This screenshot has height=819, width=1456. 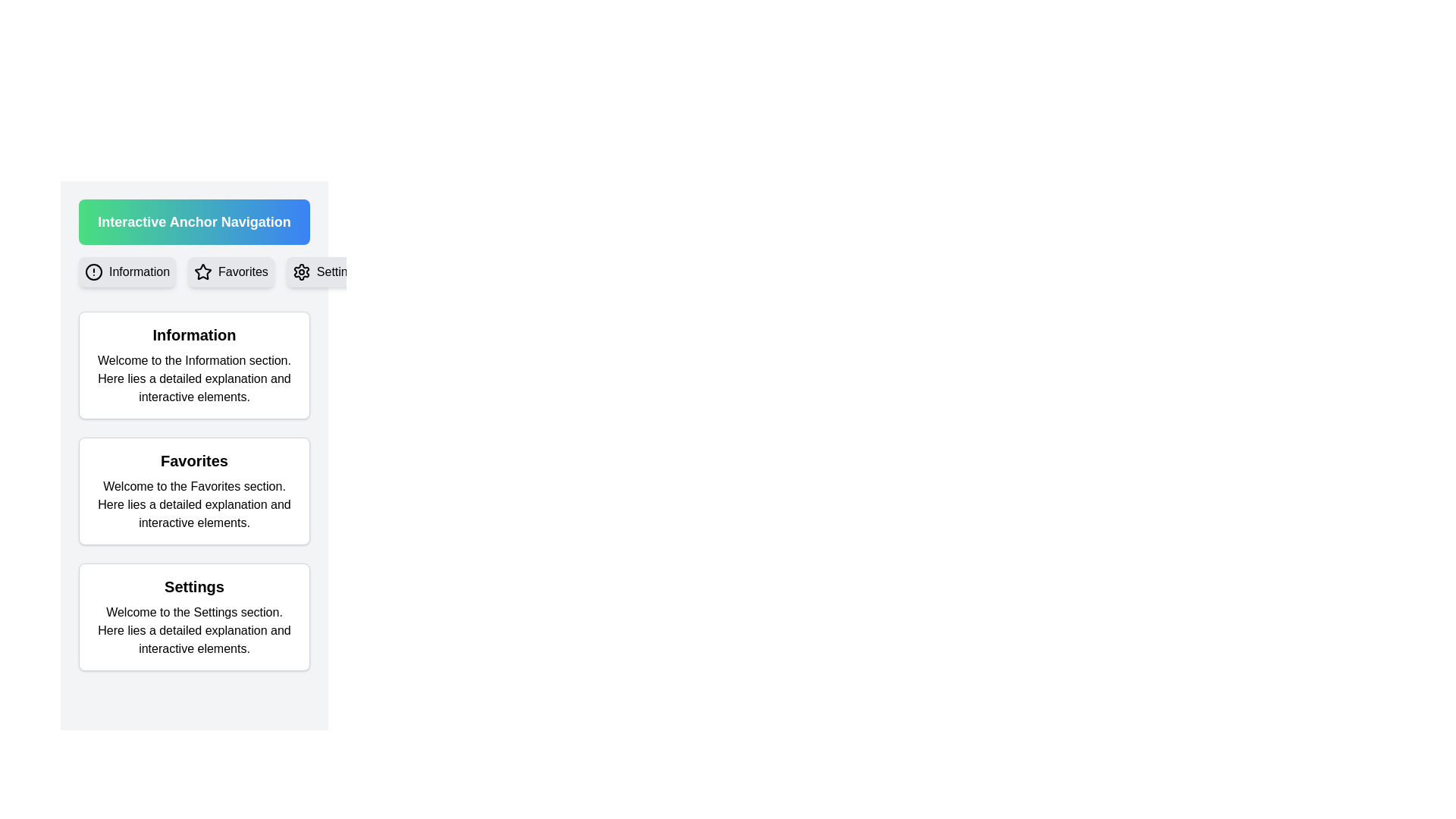 What do you see at coordinates (325, 271) in the screenshot?
I see `the rightmost button below the 'Interactive Anchor Navigation' header` at bounding box center [325, 271].